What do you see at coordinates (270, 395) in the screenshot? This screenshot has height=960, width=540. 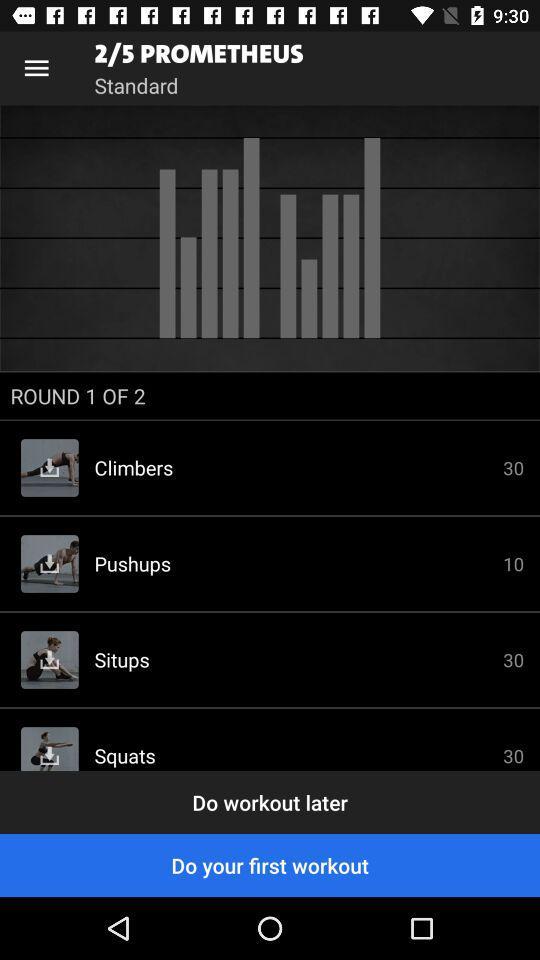 I see `round 1 of` at bounding box center [270, 395].